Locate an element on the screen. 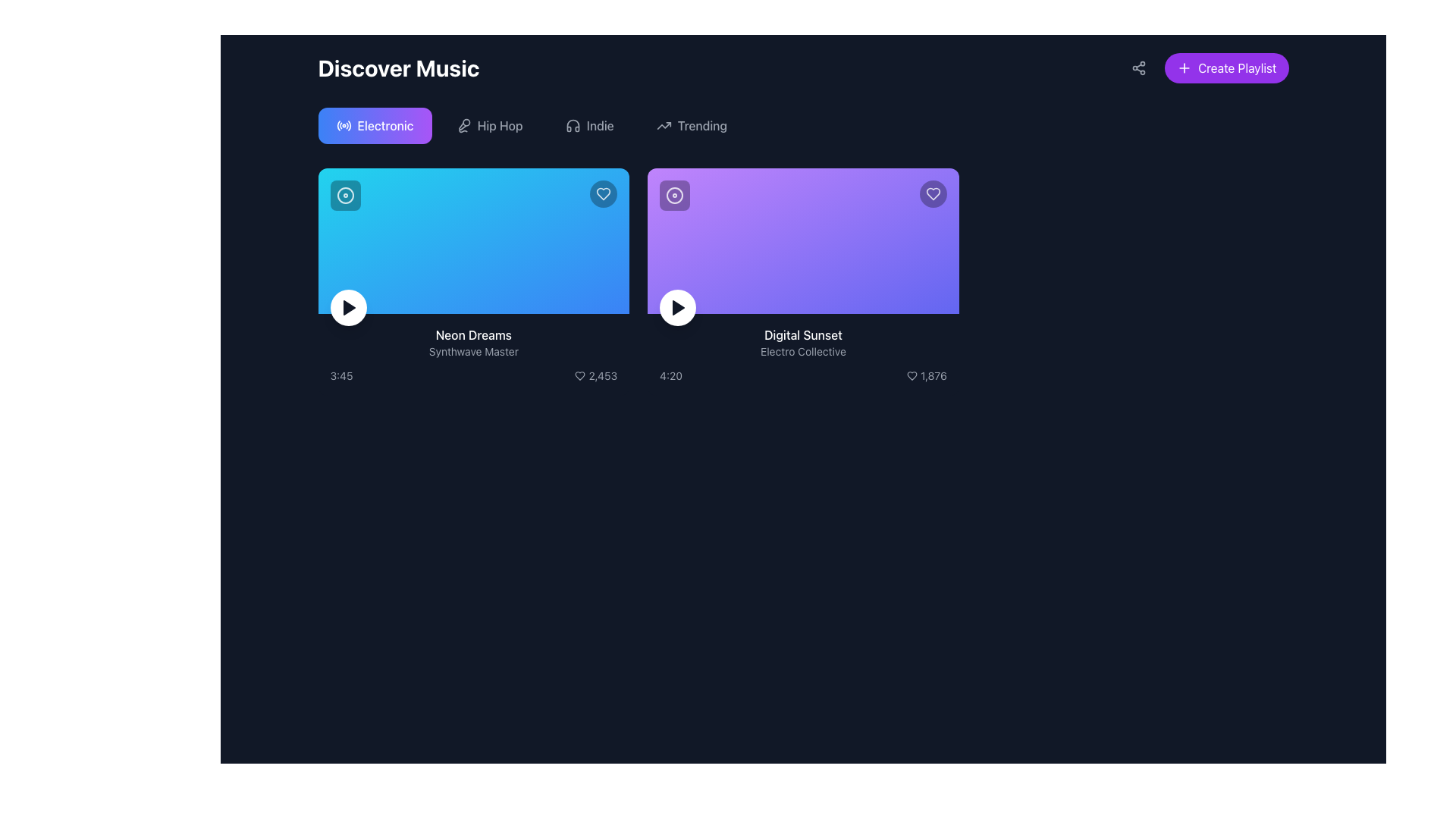 Image resolution: width=1456 pixels, height=819 pixels. the Indie genre icon, which is a minimalist headphone icon located in the upper section of the page, second from the left is located at coordinates (572, 124).